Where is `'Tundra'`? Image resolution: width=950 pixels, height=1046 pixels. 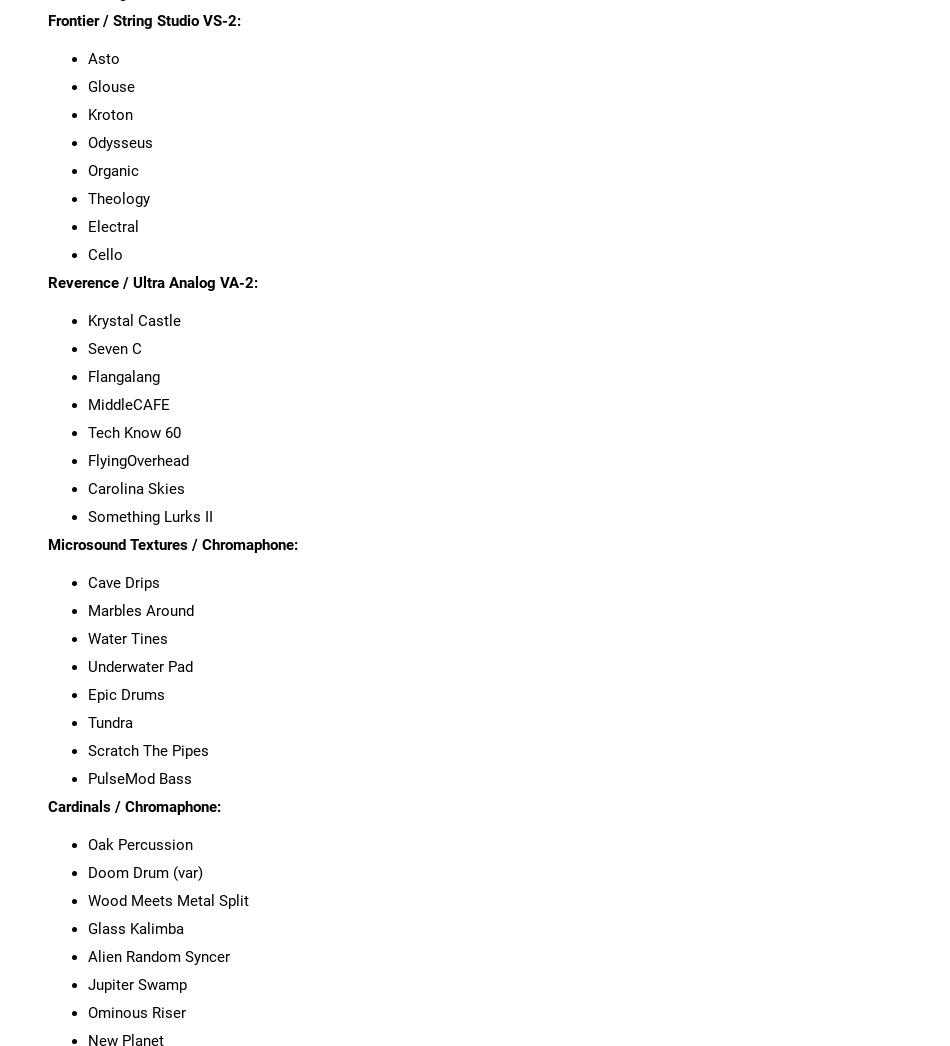
'Tundra' is located at coordinates (109, 721).